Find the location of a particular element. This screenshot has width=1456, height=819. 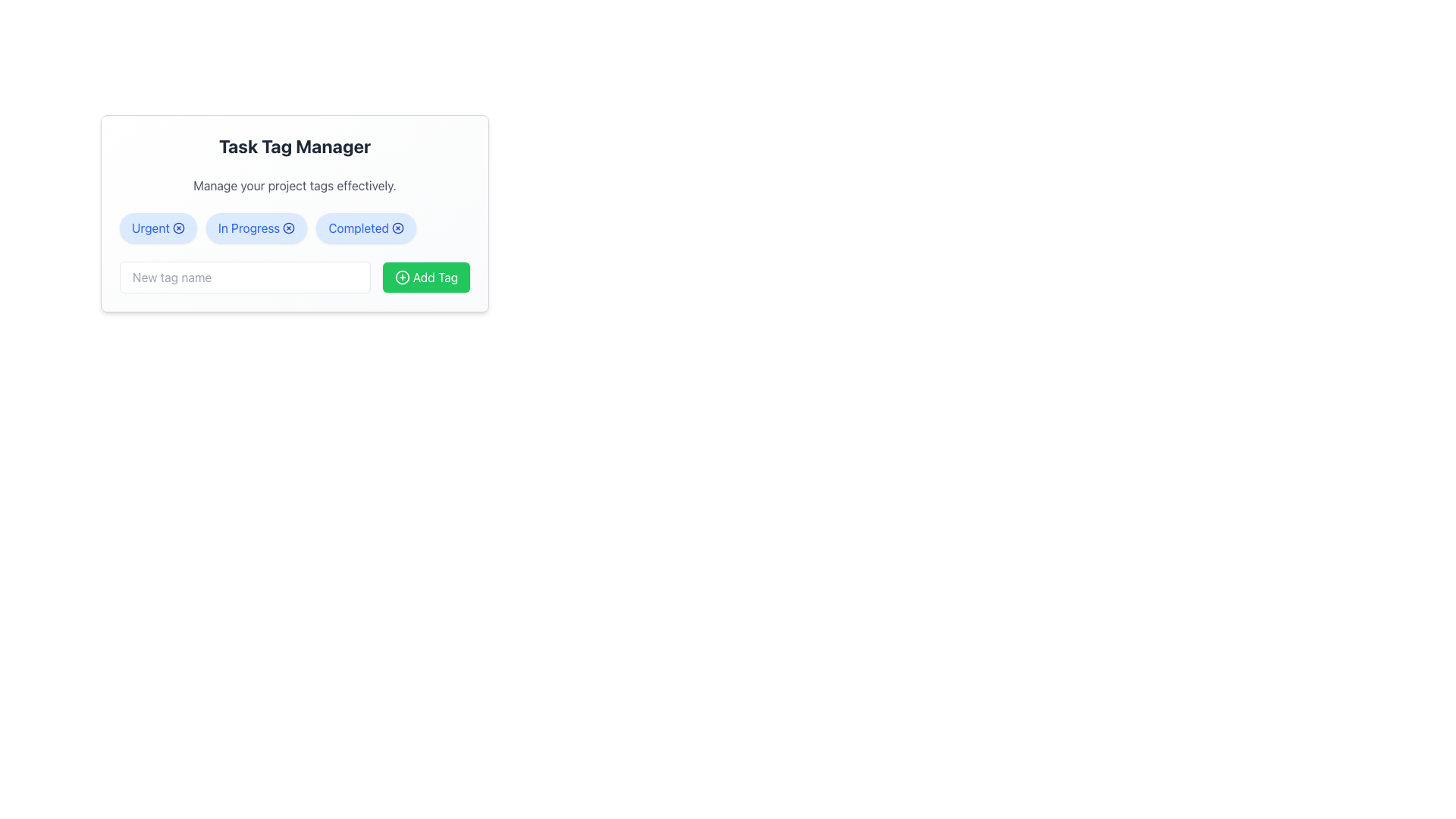

the circular outline of the close button located adjacent to the 'In Progress' tag is located at coordinates (289, 227).